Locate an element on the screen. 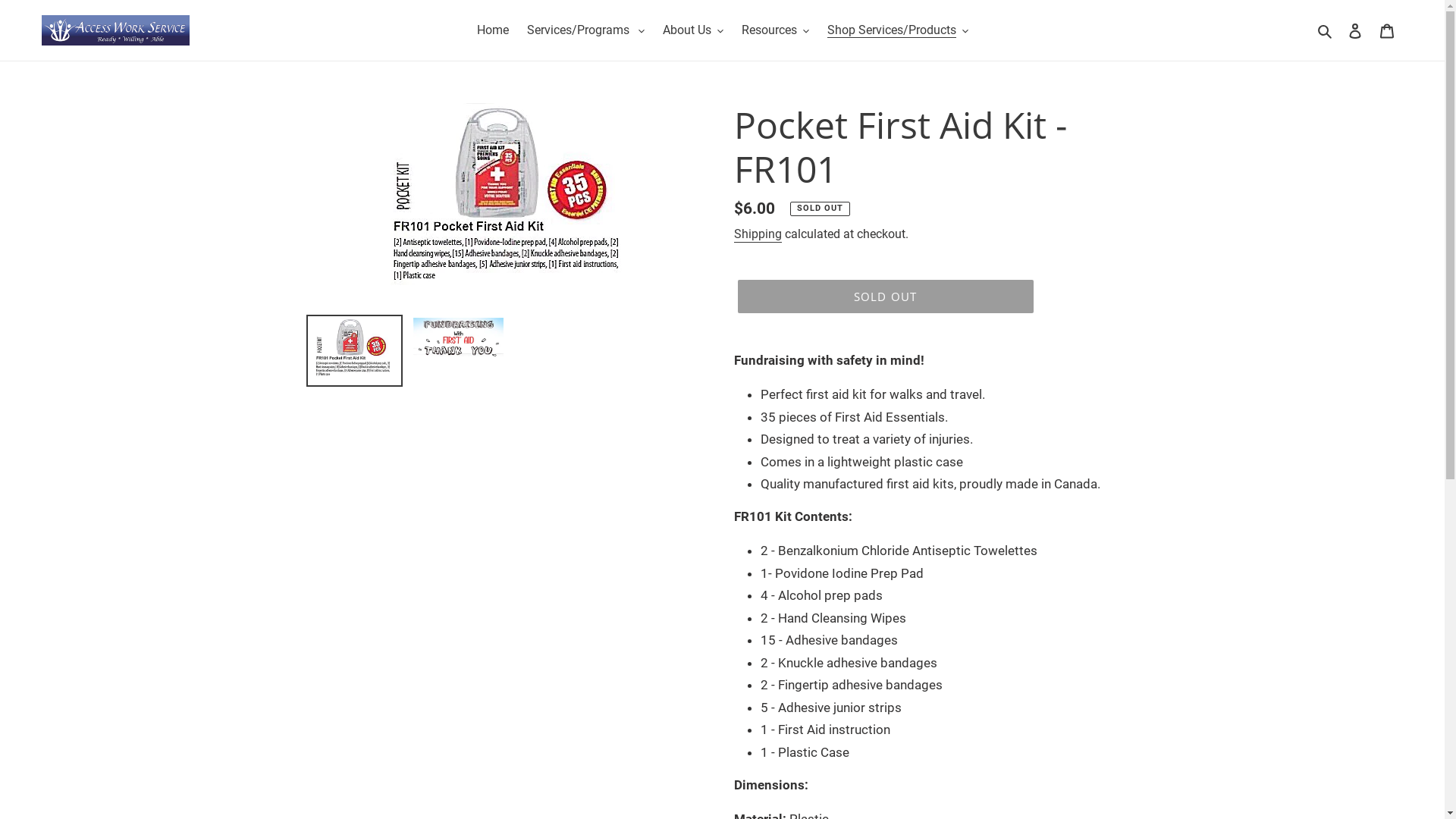 This screenshot has height=819, width=1456. 'Cart' is located at coordinates (1371, 30).